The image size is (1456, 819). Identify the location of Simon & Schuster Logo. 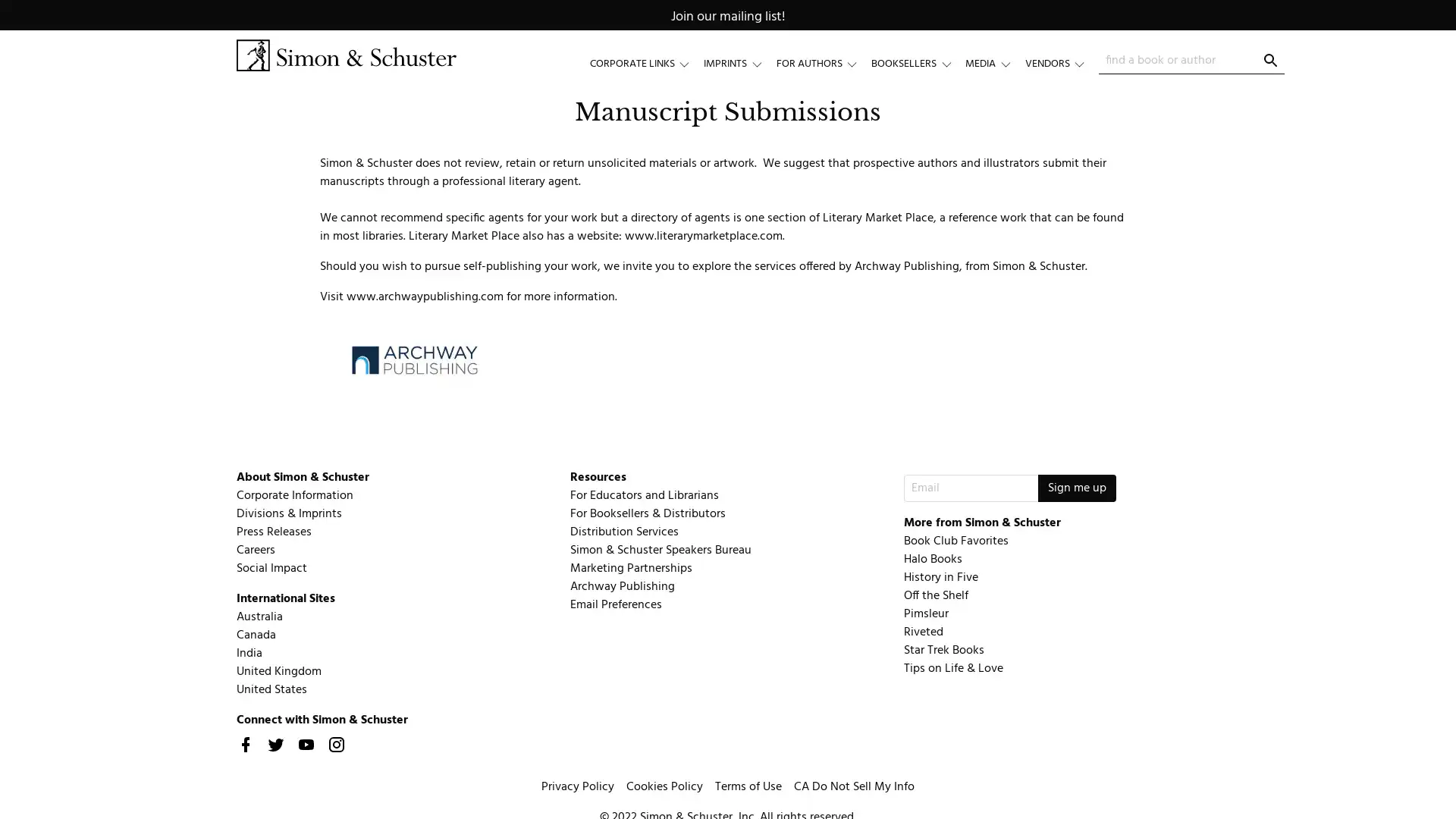
(345, 55).